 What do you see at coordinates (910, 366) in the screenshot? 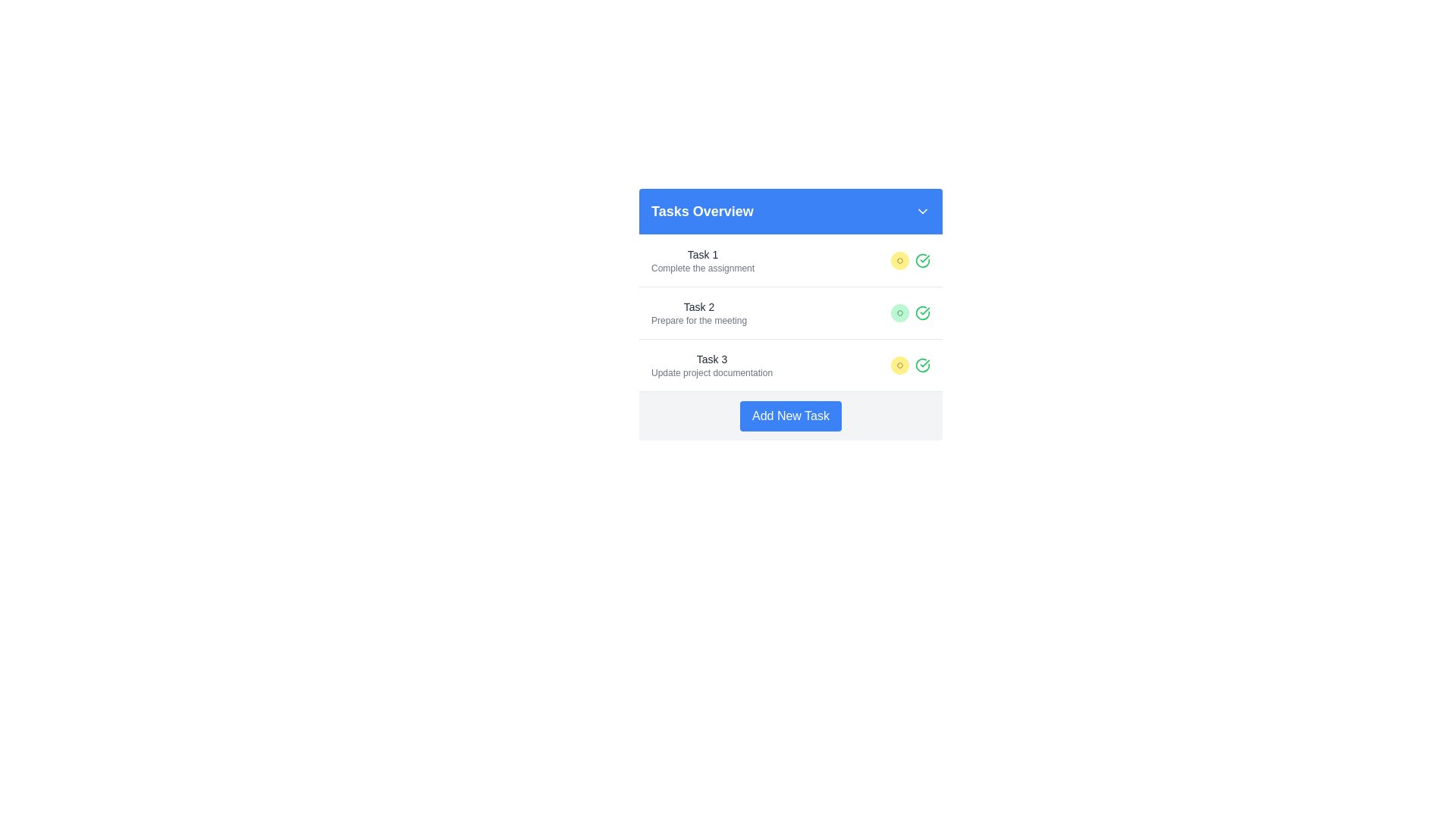
I see `the status label displaying 'pending' with a yellow background, which is located in the third row of tasks, to the right of 'Task 3 Update project documentation' and adjacent to a green circle with a checkmark` at bounding box center [910, 366].